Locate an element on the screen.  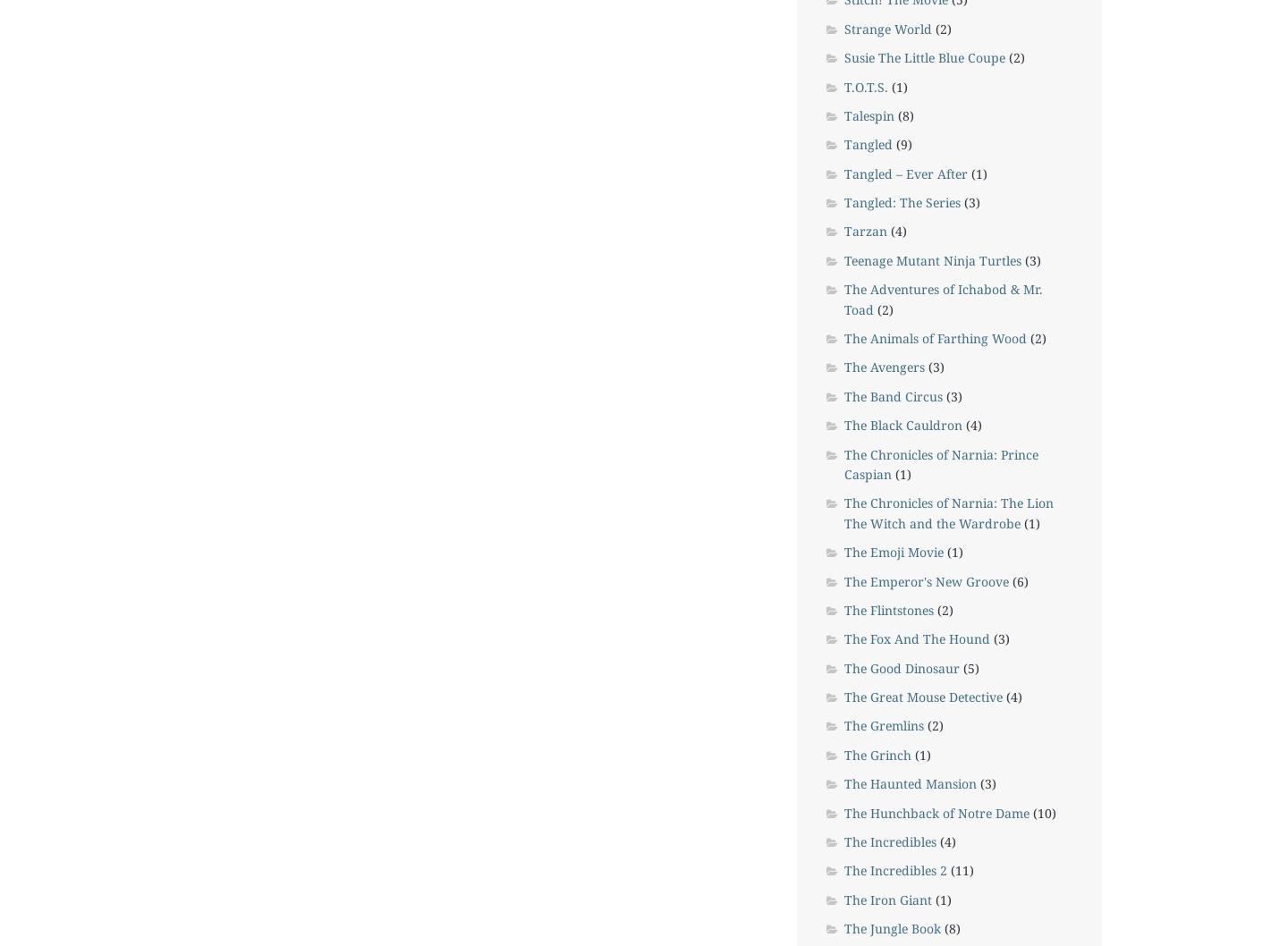
'The Great Mouse Detective' is located at coordinates (843, 697).